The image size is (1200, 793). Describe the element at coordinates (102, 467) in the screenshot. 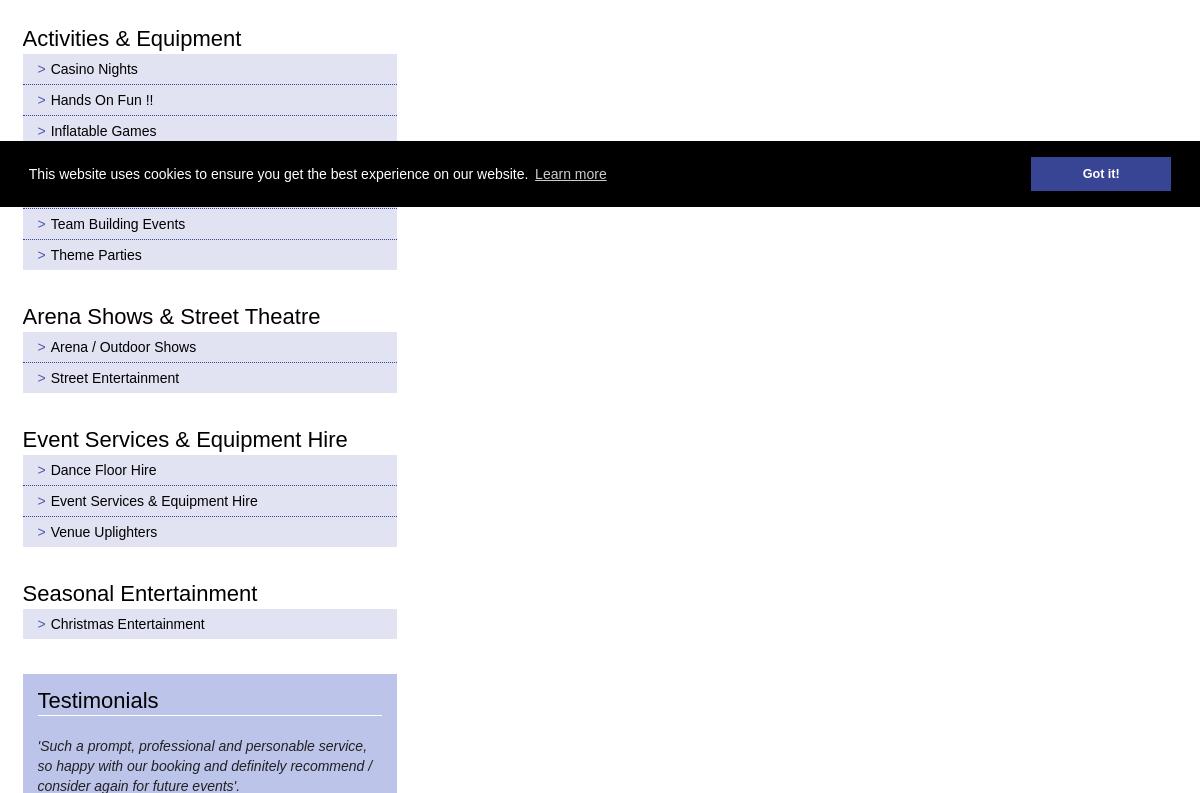

I see `'Dance Floor Hire'` at that location.